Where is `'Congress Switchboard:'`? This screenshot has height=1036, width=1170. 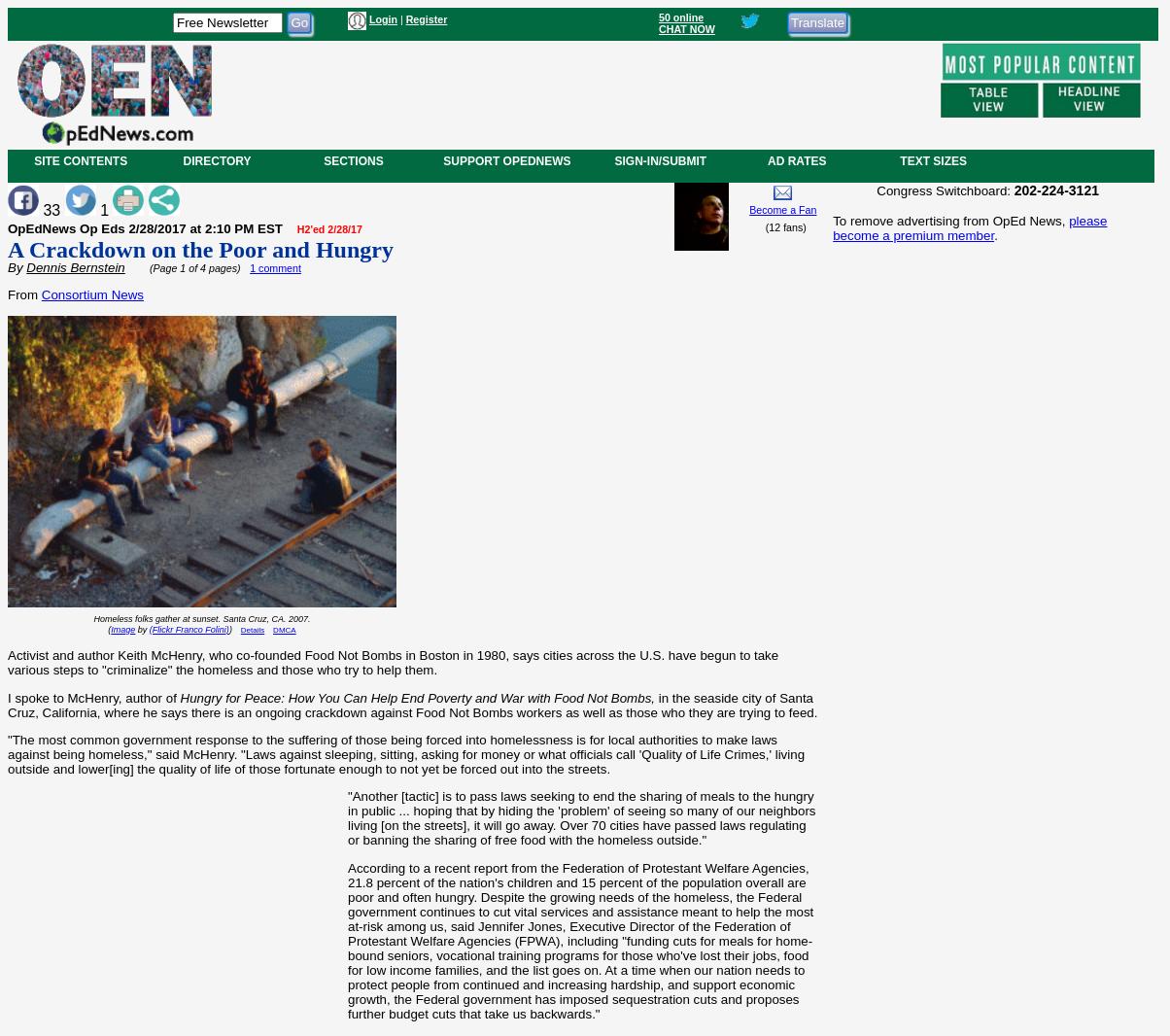
'Congress Switchboard:' is located at coordinates (945, 189).